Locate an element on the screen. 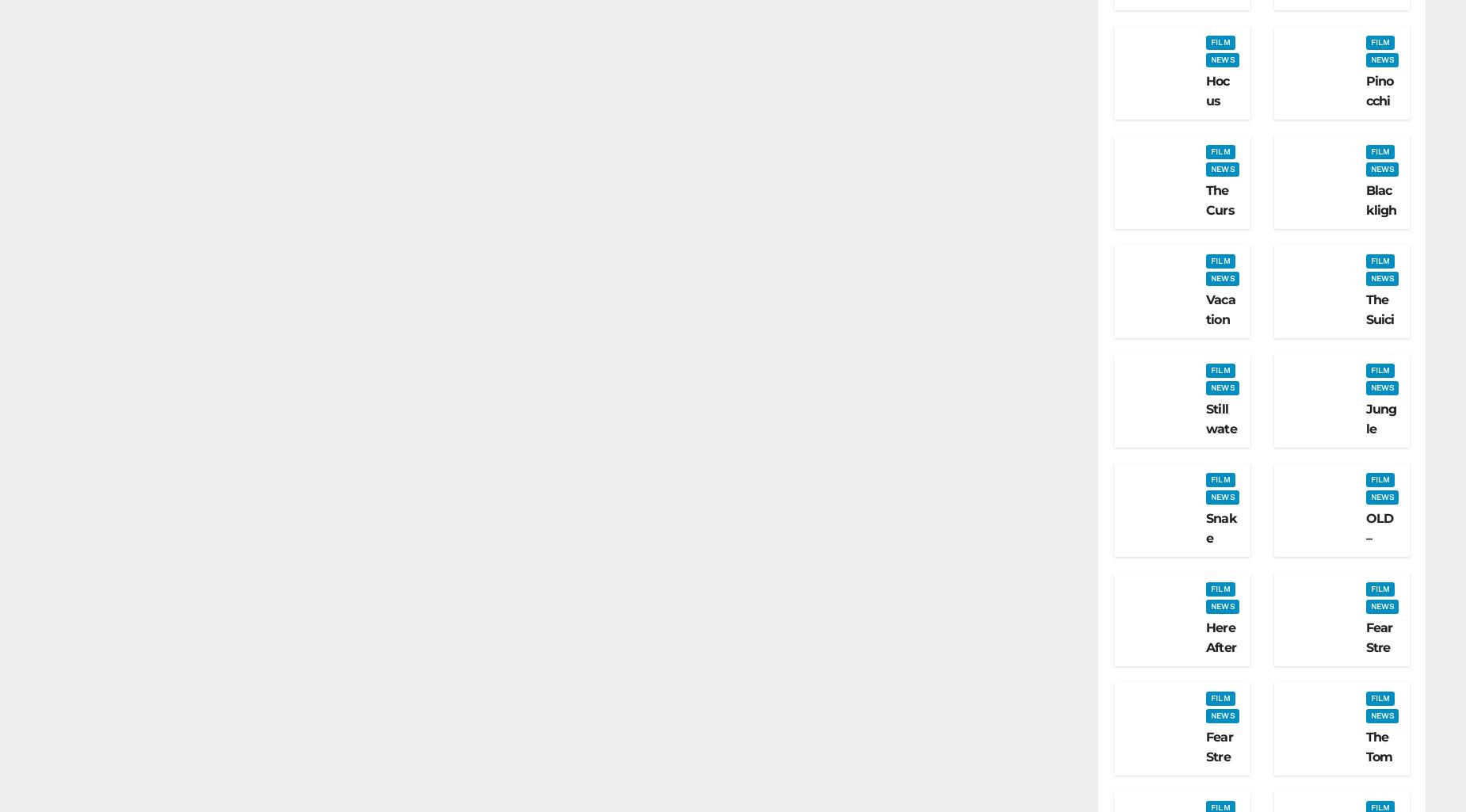  'The Cursed – Film Review' is located at coordinates (1205, 239).